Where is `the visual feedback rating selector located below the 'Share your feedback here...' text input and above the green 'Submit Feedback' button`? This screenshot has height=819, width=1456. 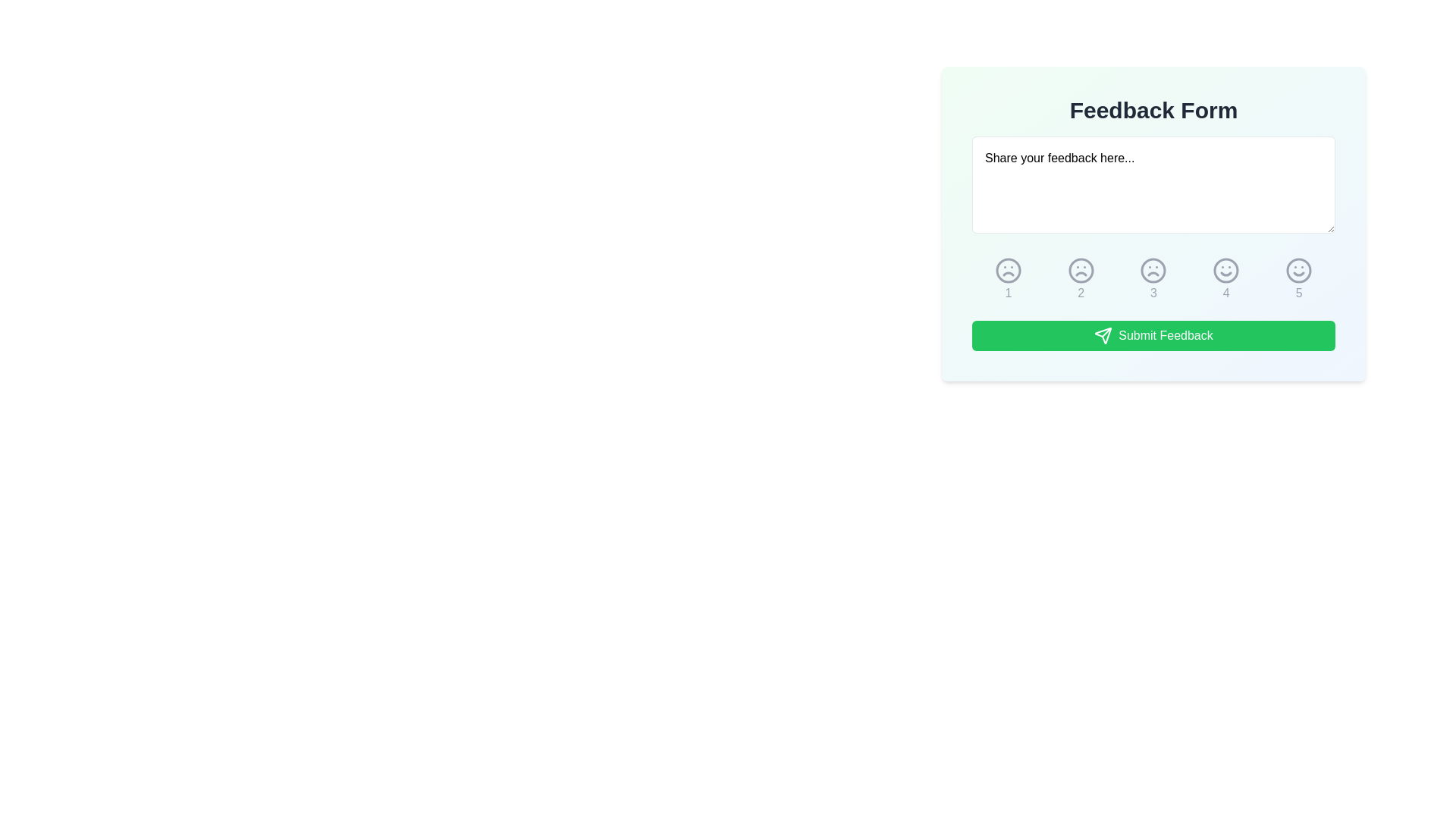 the visual feedback rating selector located below the 'Share your feedback here...' text input and above the green 'Submit Feedback' button is located at coordinates (1153, 280).